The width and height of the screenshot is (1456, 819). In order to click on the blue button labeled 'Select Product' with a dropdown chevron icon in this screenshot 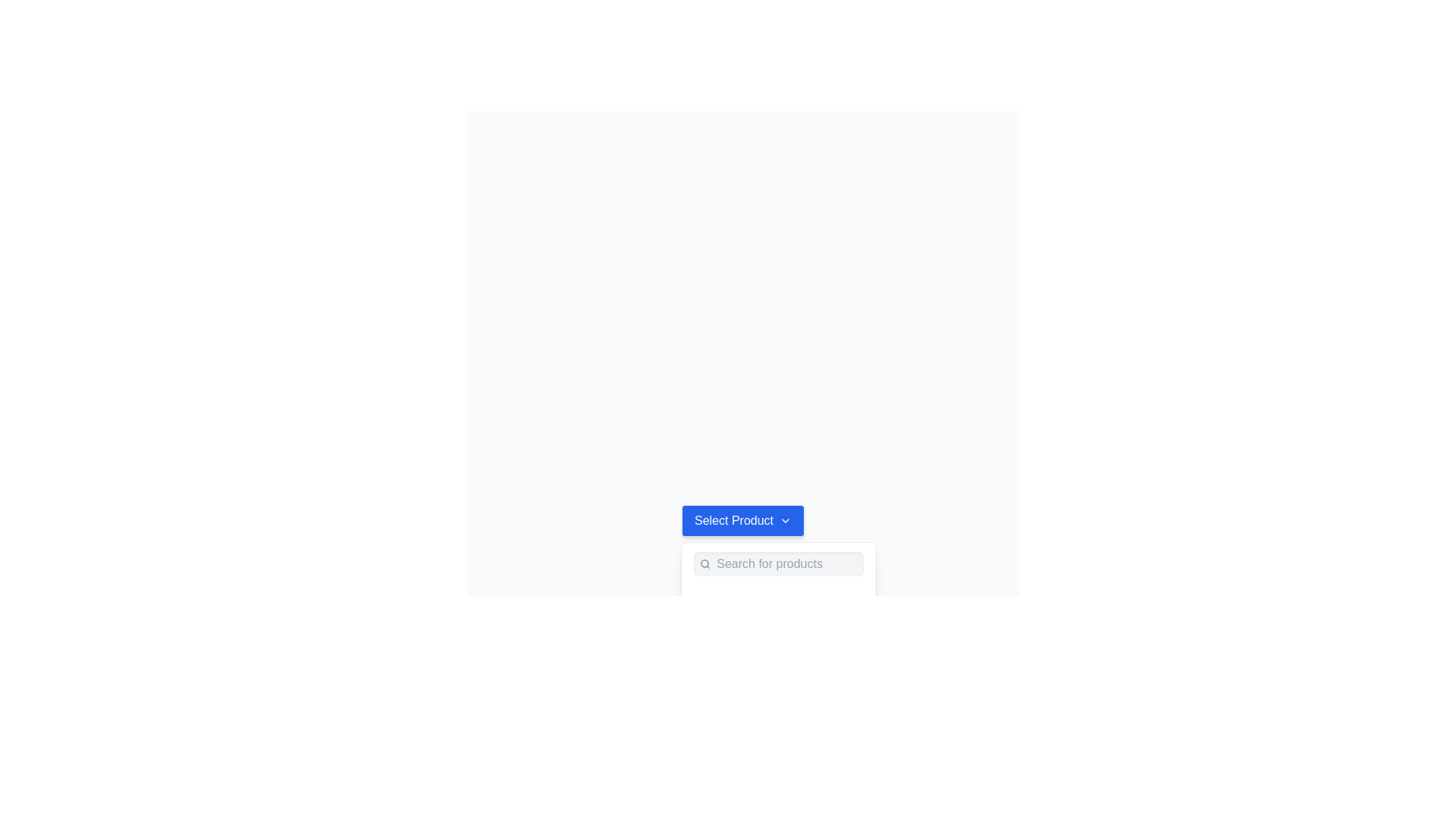, I will do `click(742, 519)`.